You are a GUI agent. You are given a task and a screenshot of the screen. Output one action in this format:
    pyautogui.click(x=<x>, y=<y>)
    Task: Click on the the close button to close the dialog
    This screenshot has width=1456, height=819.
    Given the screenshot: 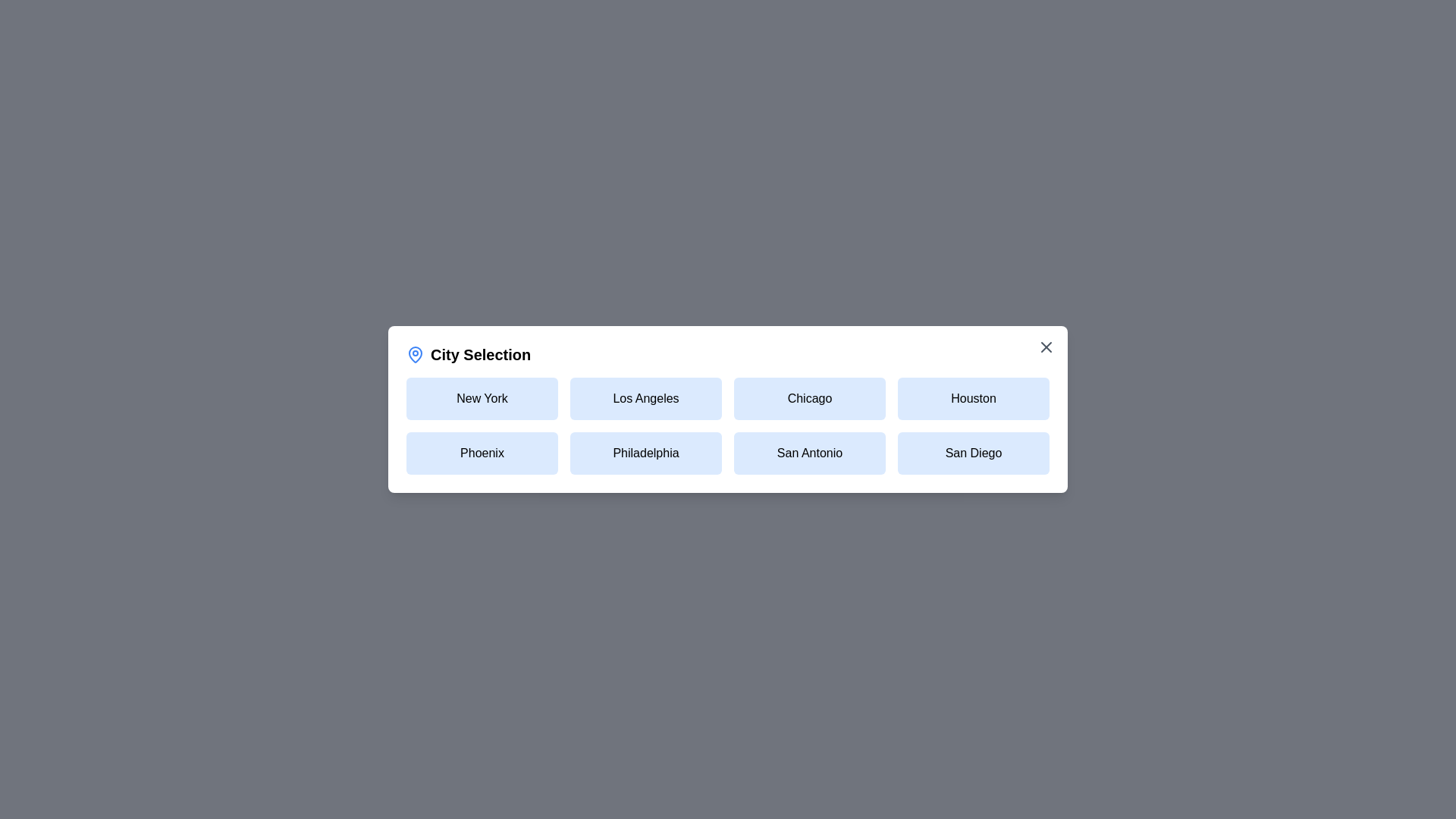 What is the action you would take?
    pyautogui.click(x=1046, y=347)
    